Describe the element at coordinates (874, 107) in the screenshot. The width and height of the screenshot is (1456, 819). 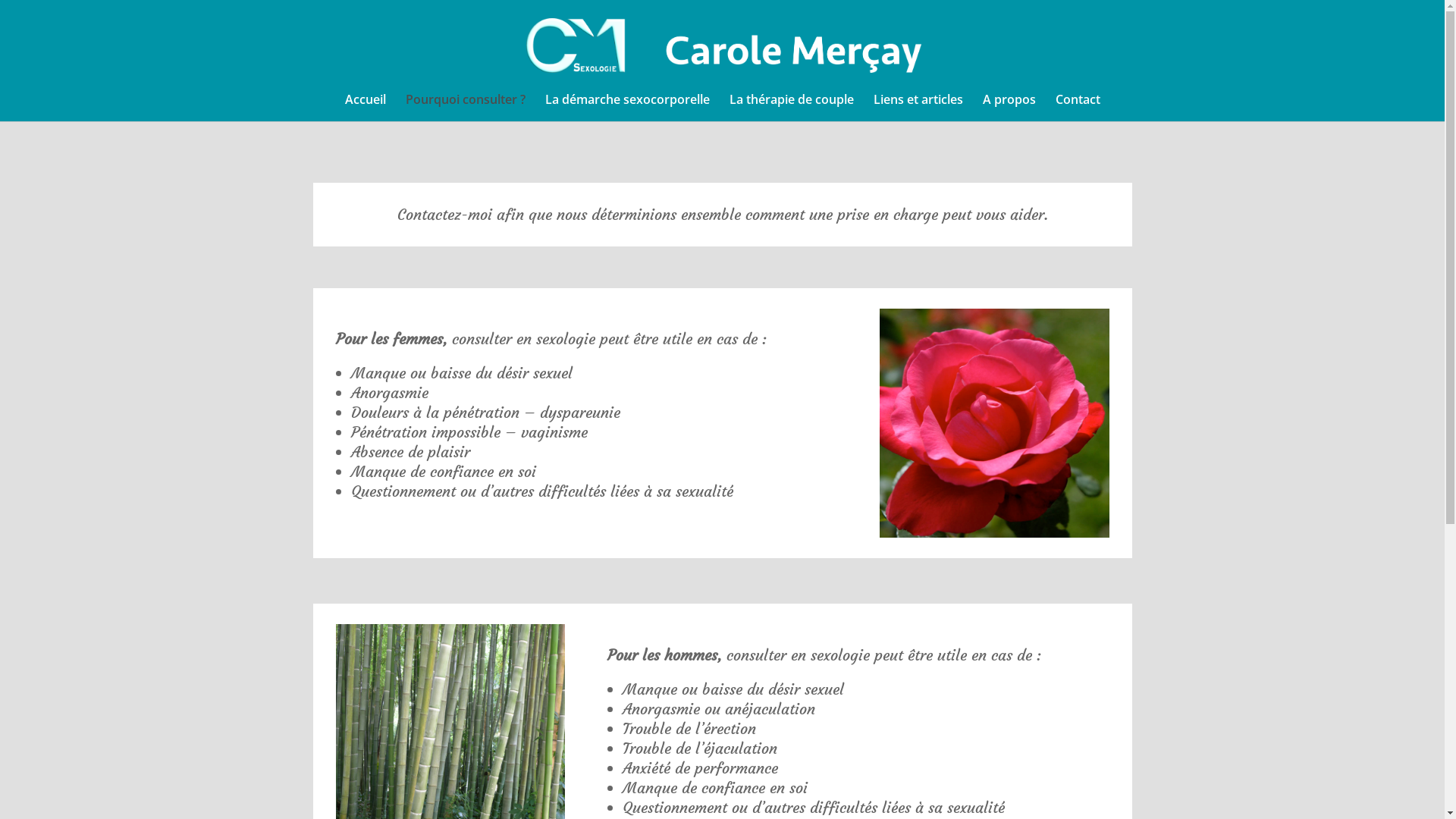
I see `'Liens et articles'` at that location.